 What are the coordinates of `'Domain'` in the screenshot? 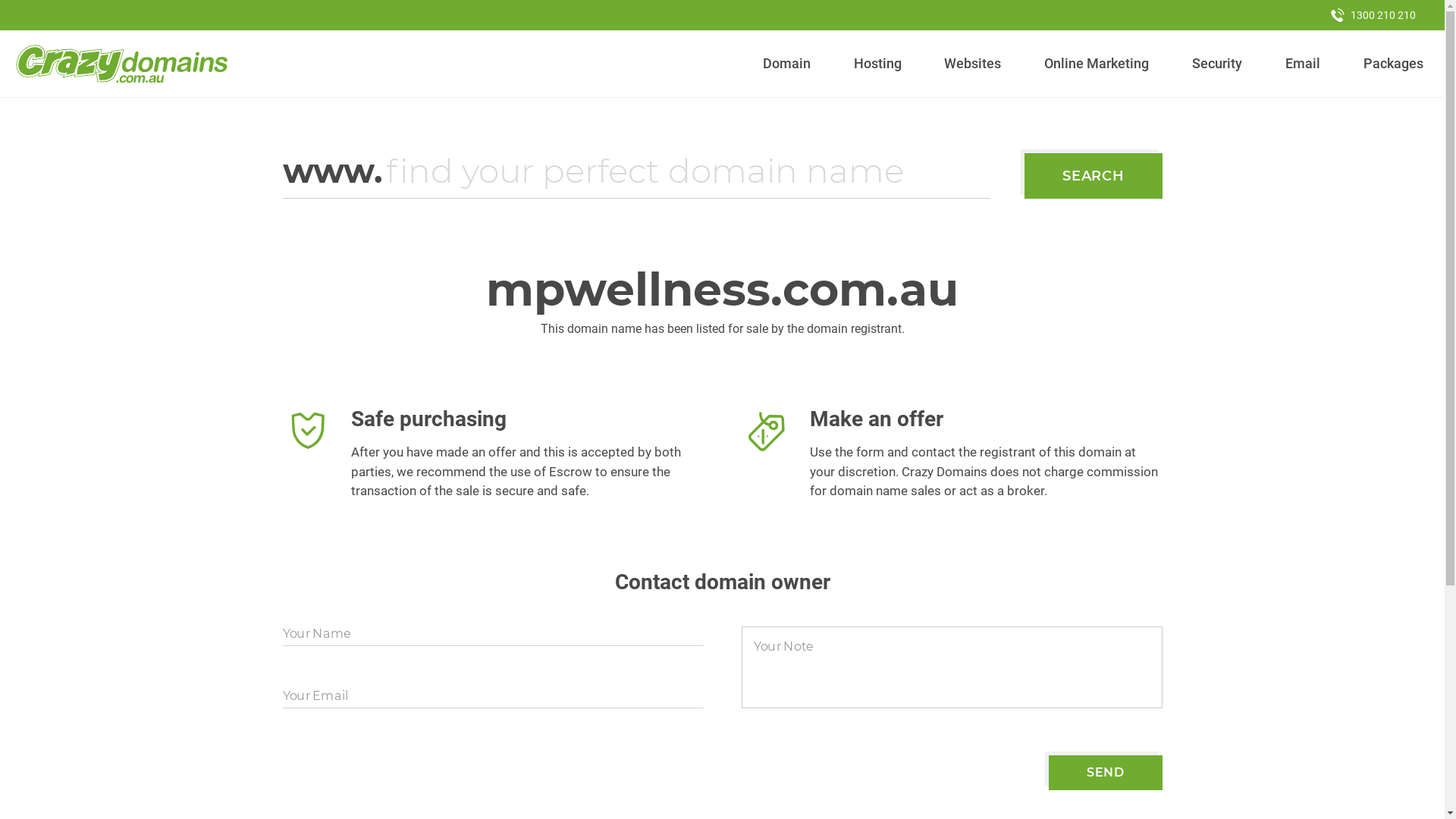 It's located at (786, 63).